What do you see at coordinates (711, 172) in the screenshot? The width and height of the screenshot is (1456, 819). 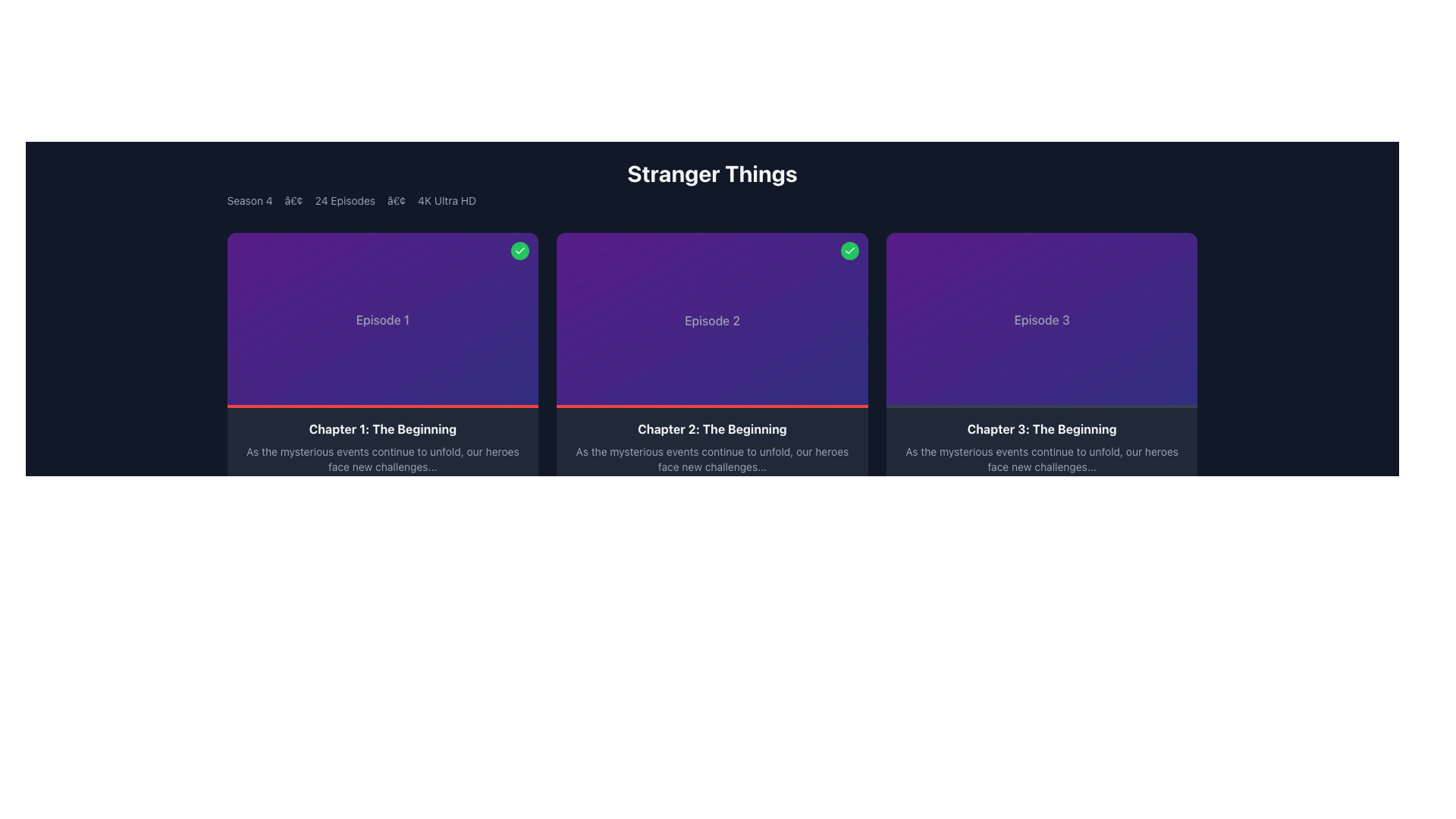 I see `displayed text of the 'Stranger Things' title label, which is prominently placed above the metadata text` at bounding box center [711, 172].